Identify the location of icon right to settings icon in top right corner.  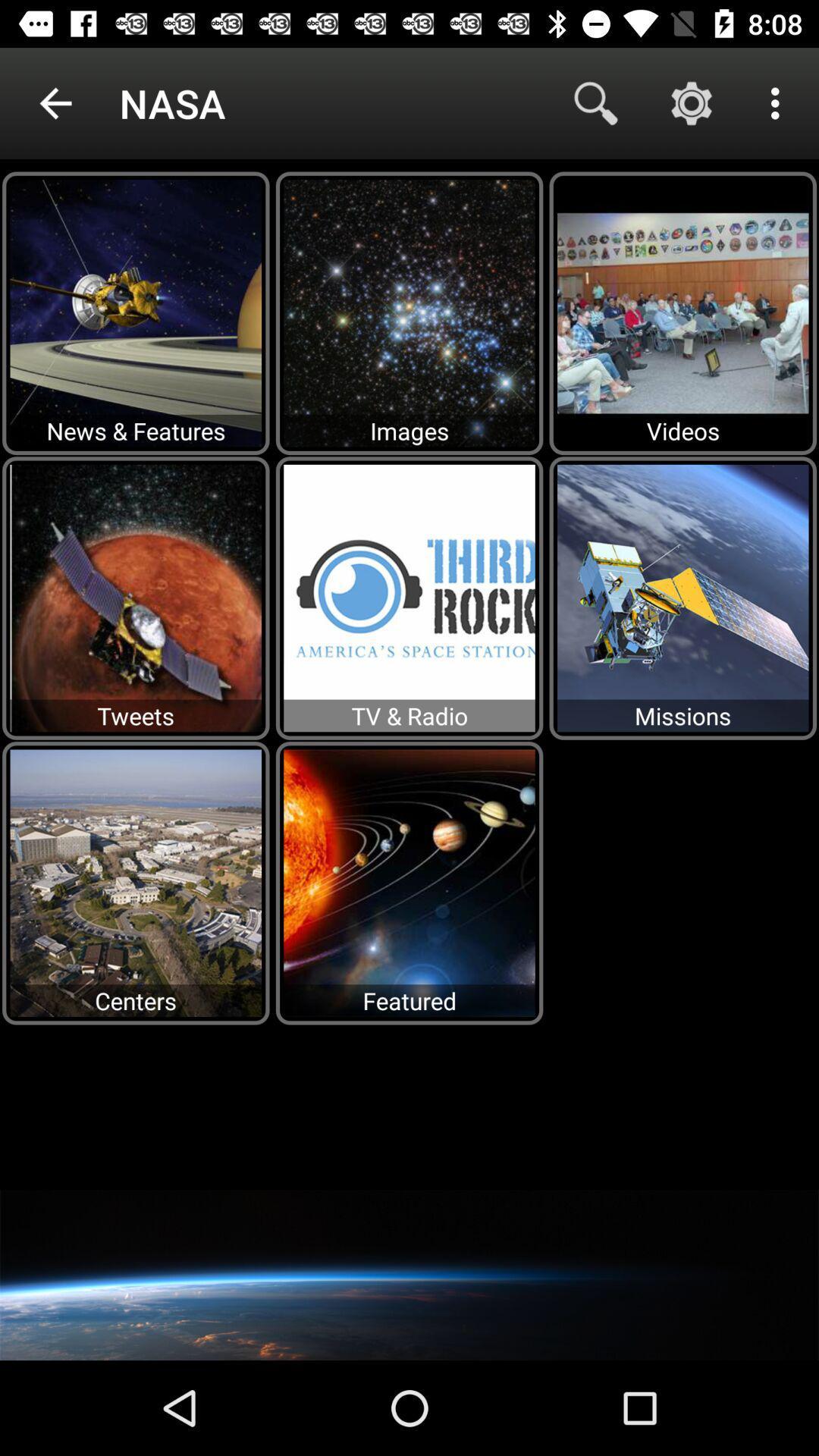
(779, 103).